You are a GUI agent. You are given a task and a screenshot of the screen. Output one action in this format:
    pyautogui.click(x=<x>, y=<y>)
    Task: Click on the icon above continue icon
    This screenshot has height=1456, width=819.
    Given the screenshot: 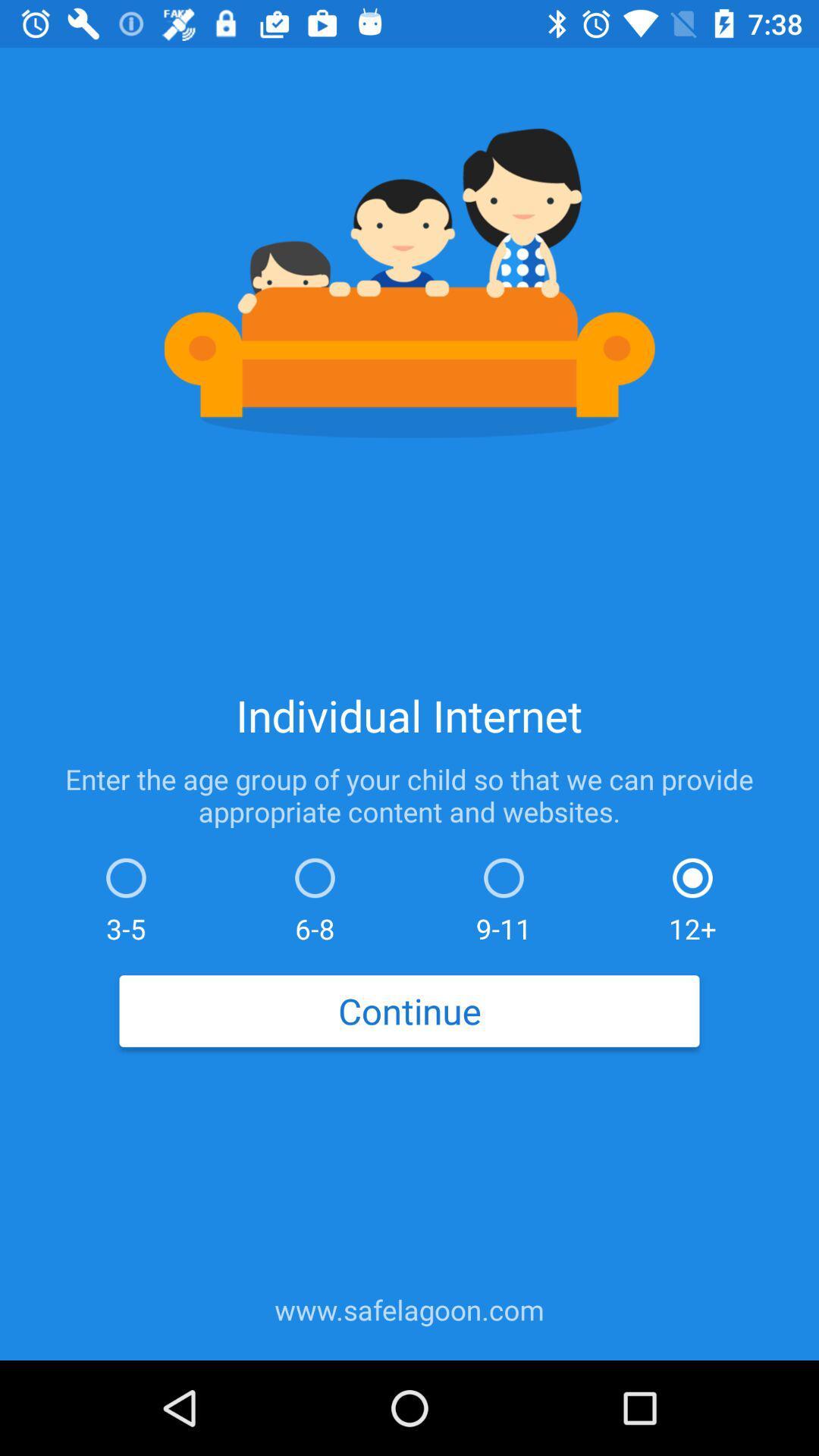 What is the action you would take?
    pyautogui.click(x=692, y=896)
    